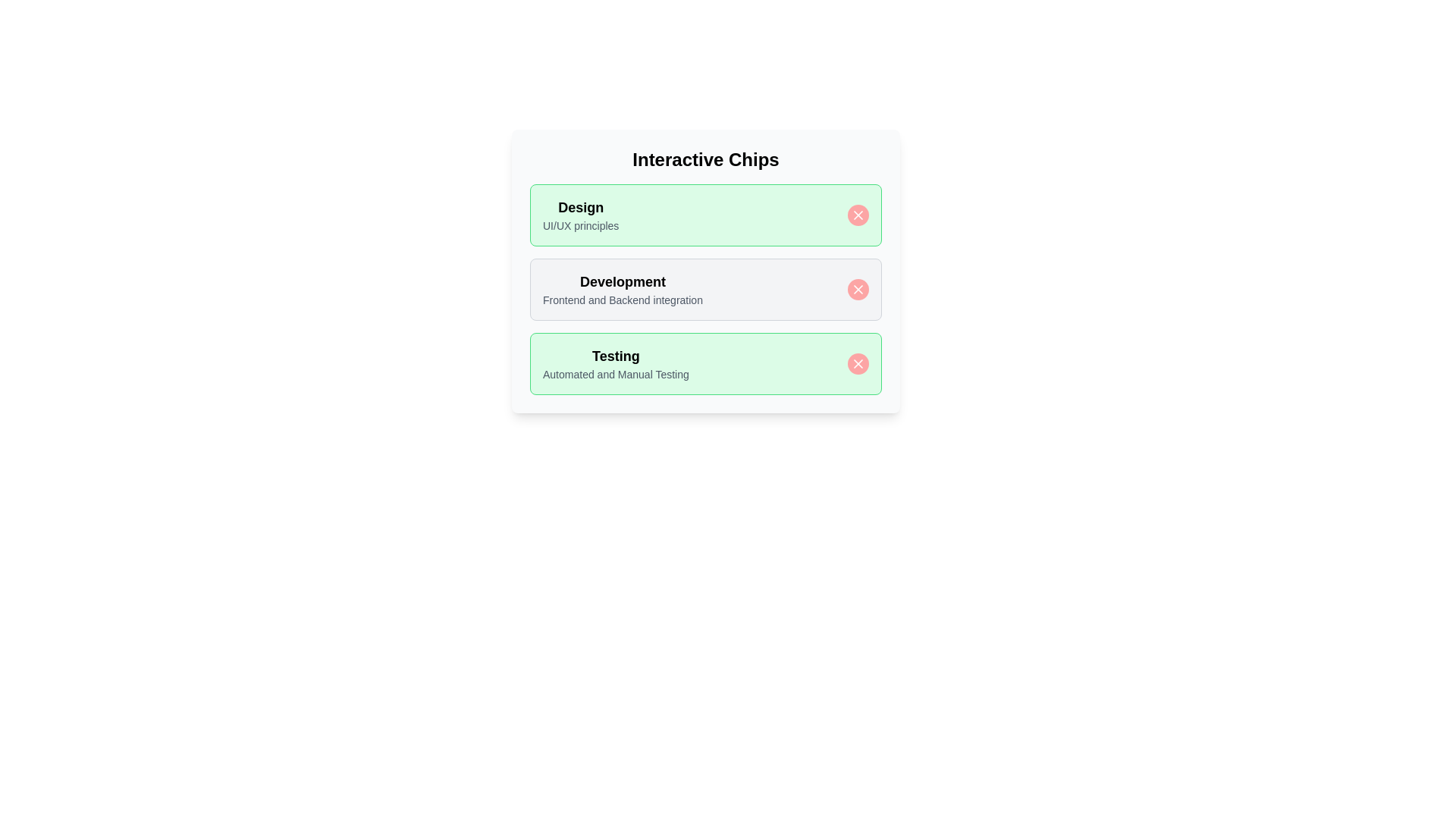 Image resolution: width=1456 pixels, height=819 pixels. What do you see at coordinates (705, 289) in the screenshot?
I see `the chip labeled 'Development' to trigger its hover animation` at bounding box center [705, 289].